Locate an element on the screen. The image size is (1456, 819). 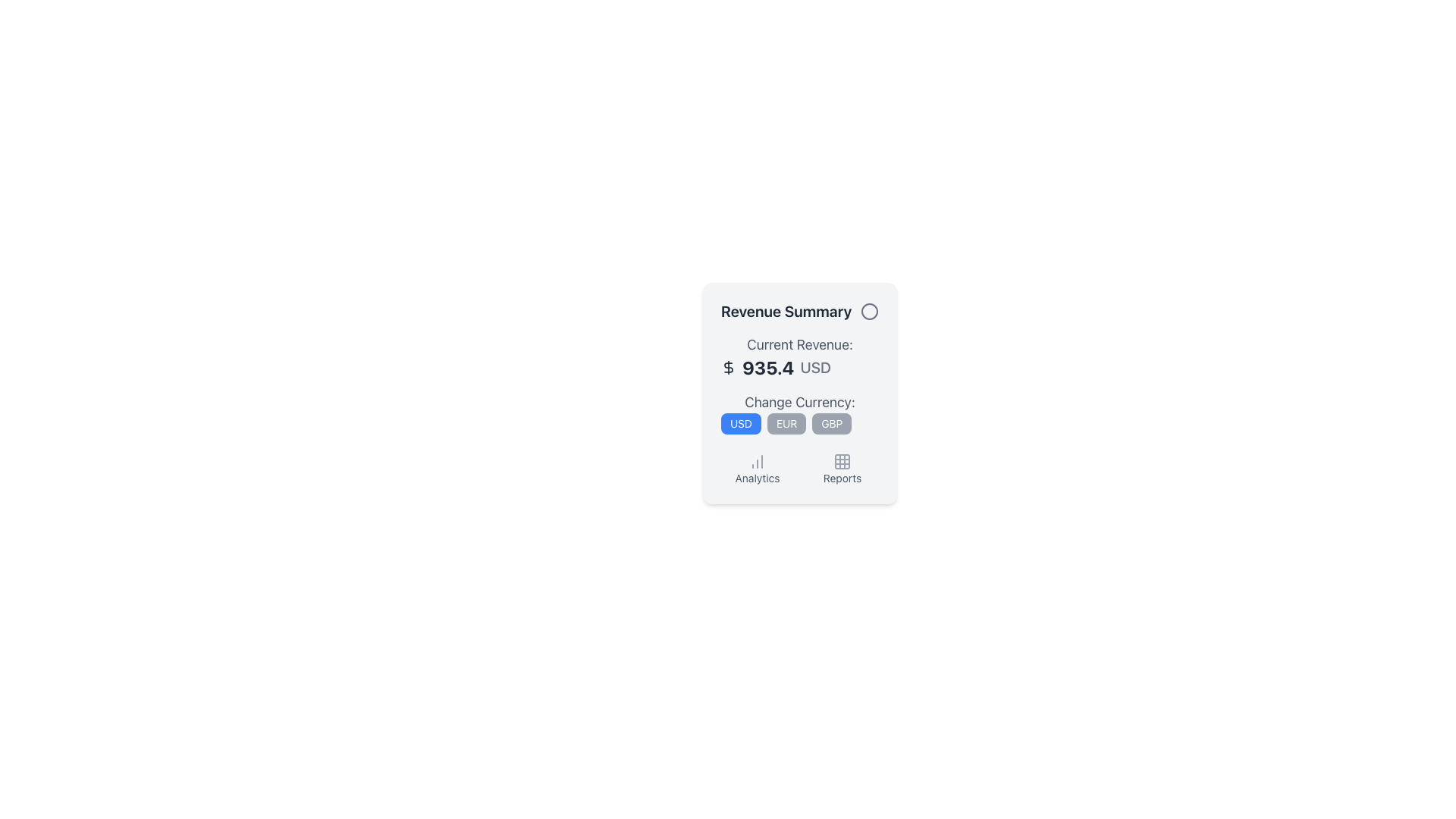
the icon located in the top-right corner of the 'Revenue Summary' card, adjacent to the title text is located at coordinates (870, 311).